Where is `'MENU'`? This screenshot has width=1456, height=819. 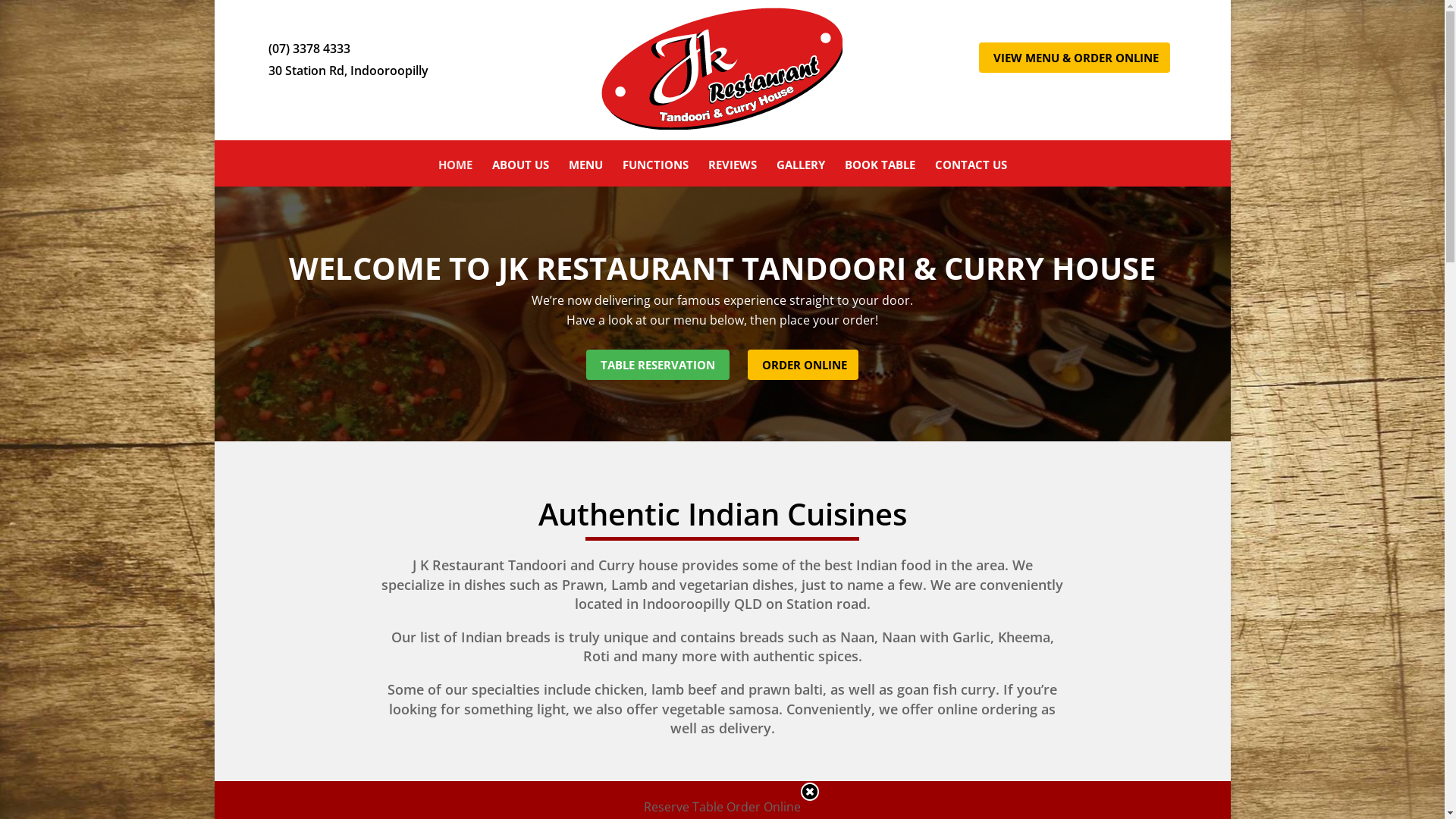 'MENU' is located at coordinates (585, 171).